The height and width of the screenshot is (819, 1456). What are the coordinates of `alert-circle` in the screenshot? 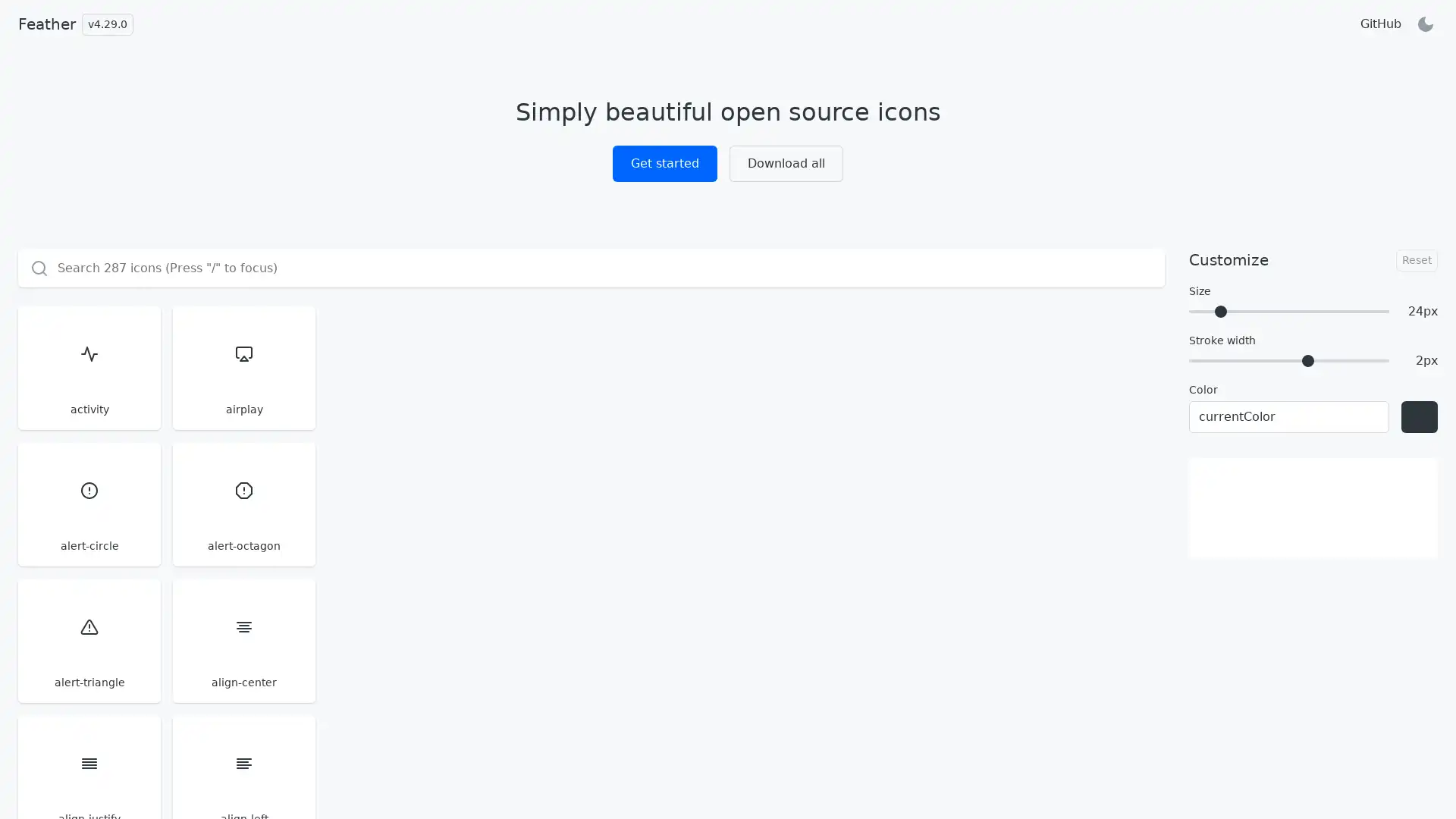 It's located at (333, 368).